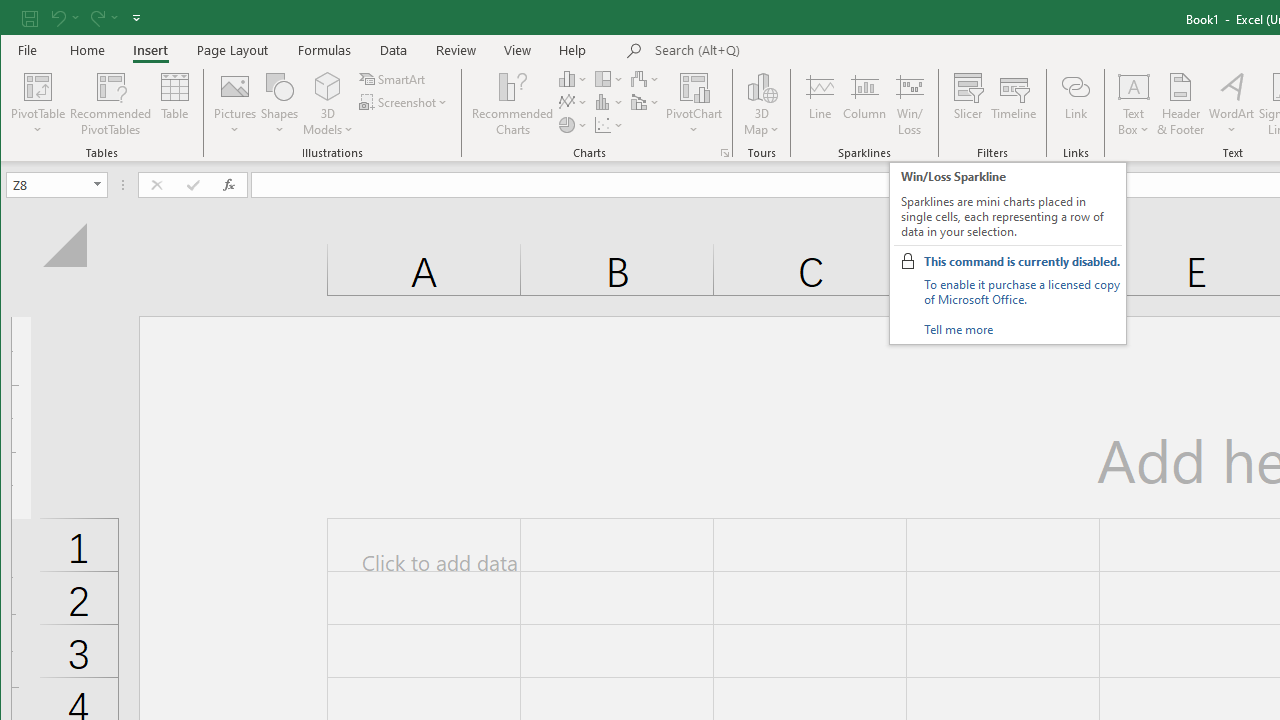 This screenshot has height=720, width=1280. What do you see at coordinates (572, 125) in the screenshot?
I see `'Insert Pie or Doughnut Chart'` at bounding box center [572, 125].